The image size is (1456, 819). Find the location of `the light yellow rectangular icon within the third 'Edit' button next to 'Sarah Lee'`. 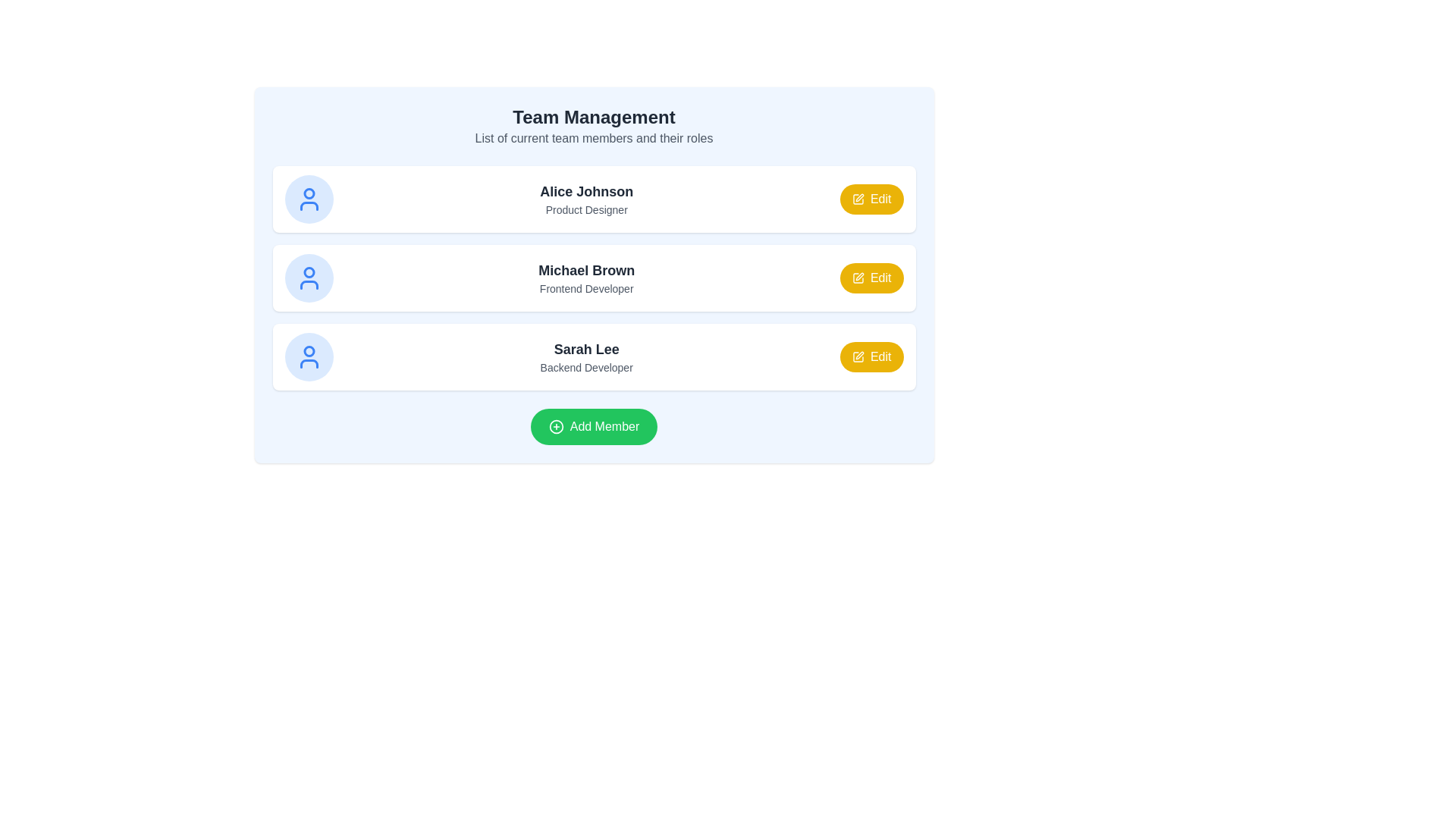

the light yellow rectangular icon within the third 'Edit' button next to 'Sarah Lee' is located at coordinates (858, 356).